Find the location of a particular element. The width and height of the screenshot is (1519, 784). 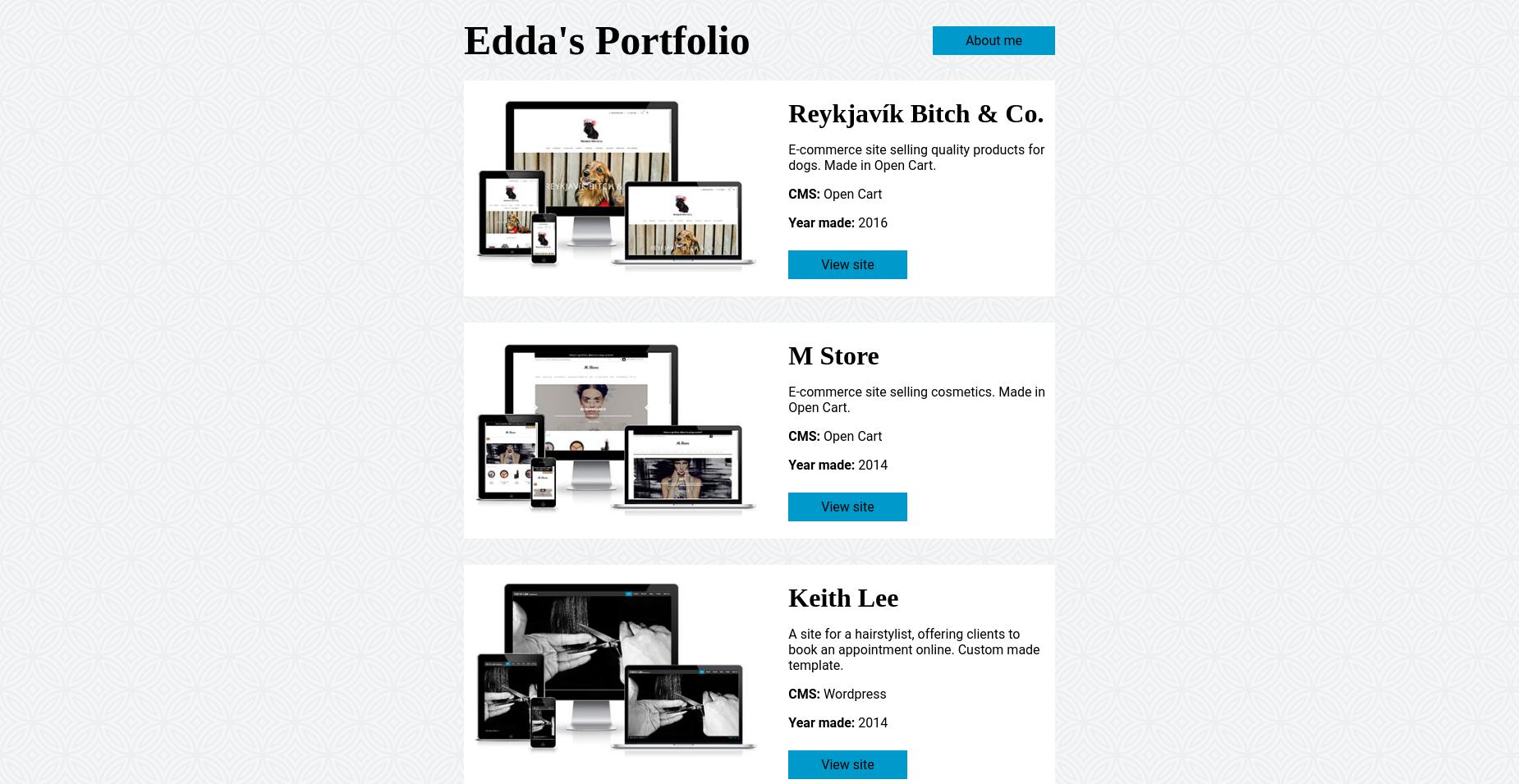

'A site for a hairstylist, offering clients to book an appointment online. Custom made template.' is located at coordinates (787, 648).